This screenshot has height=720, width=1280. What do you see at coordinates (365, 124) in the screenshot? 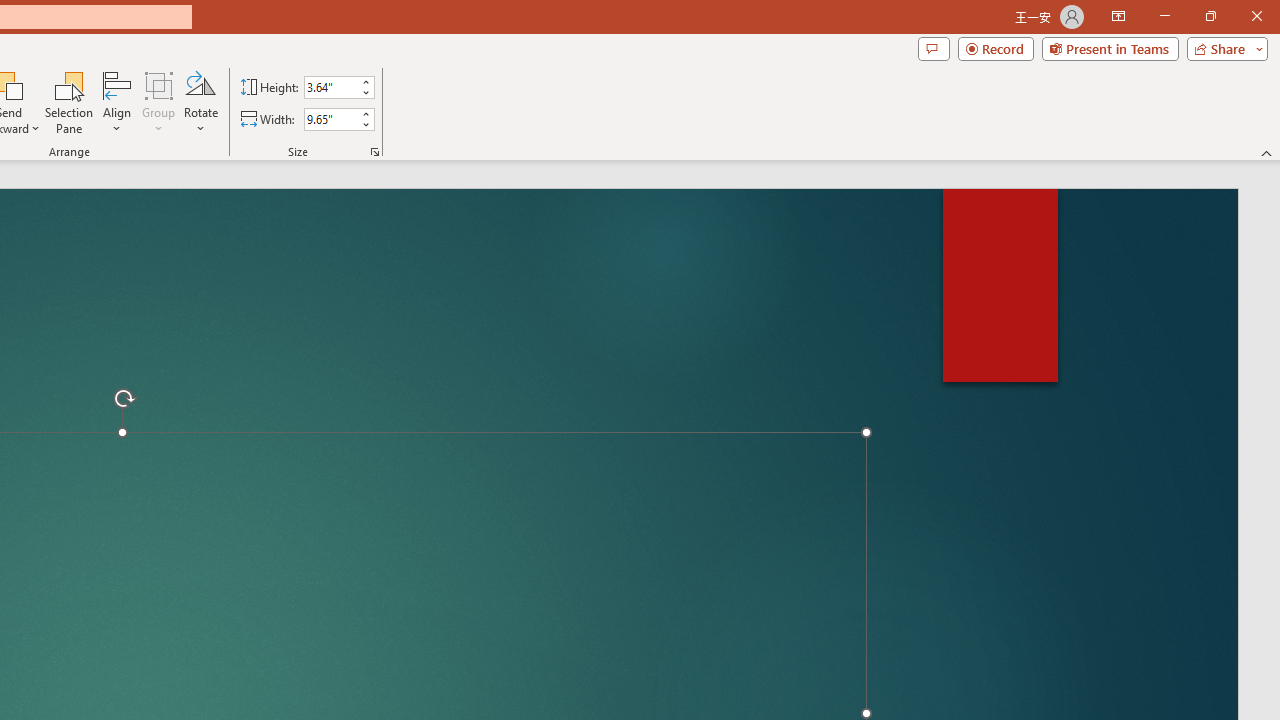
I see `'Less'` at bounding box center [365, 124].